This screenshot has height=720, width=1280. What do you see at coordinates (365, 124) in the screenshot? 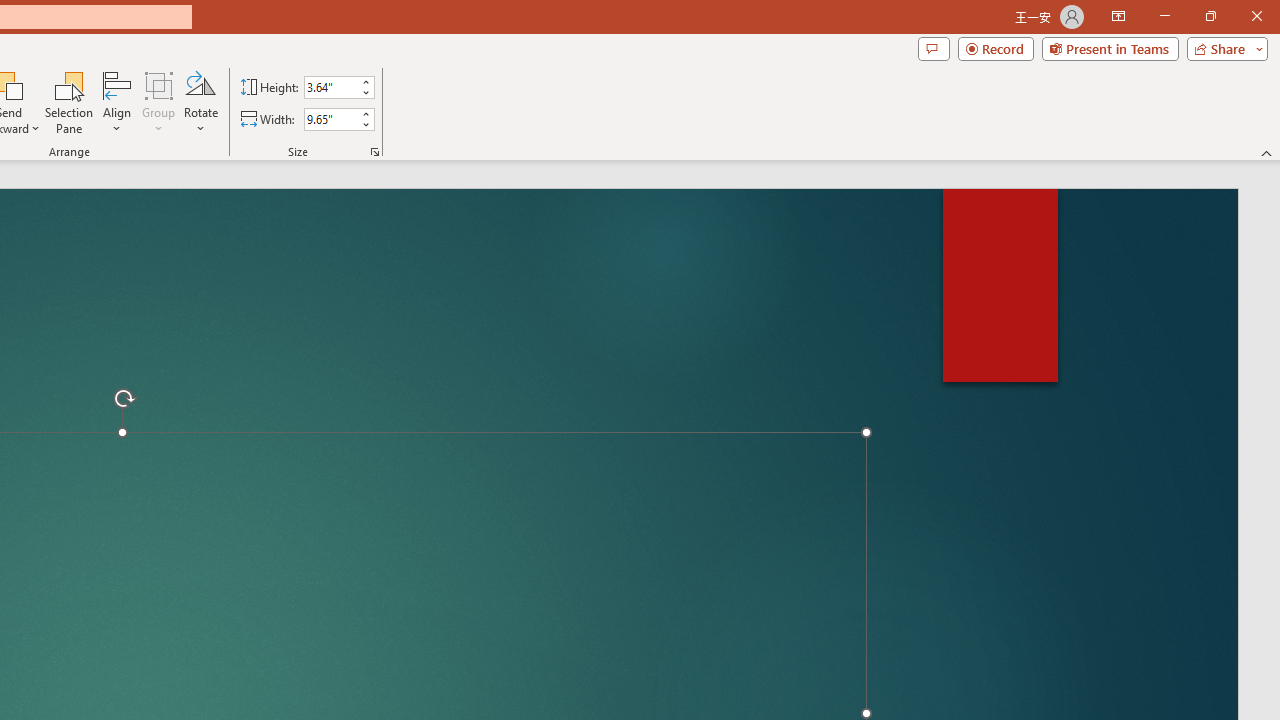
I see `'Less'` at bounding box center [365, 124].